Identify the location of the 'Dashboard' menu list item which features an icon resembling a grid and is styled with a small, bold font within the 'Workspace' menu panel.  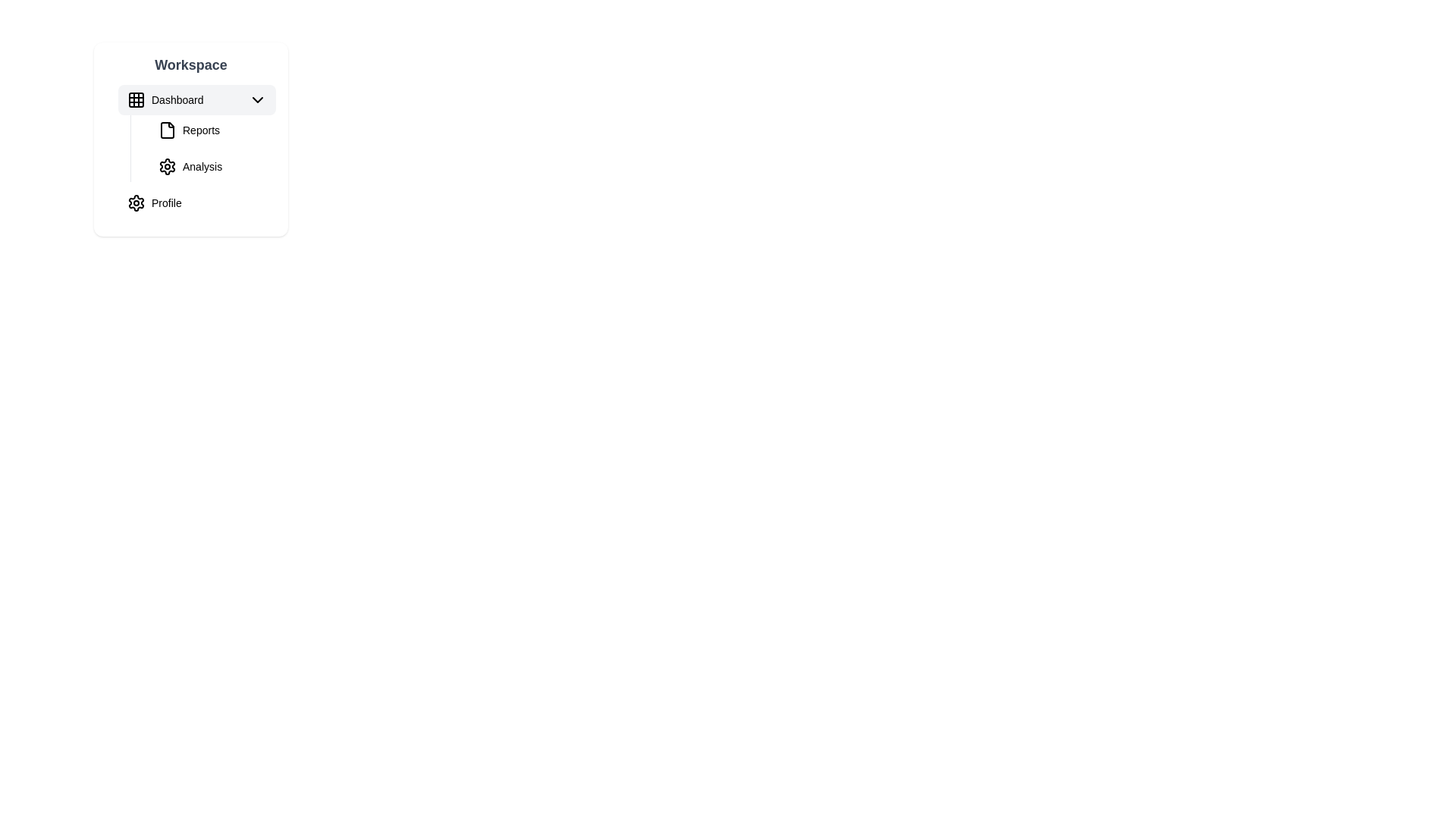
(165, 99).